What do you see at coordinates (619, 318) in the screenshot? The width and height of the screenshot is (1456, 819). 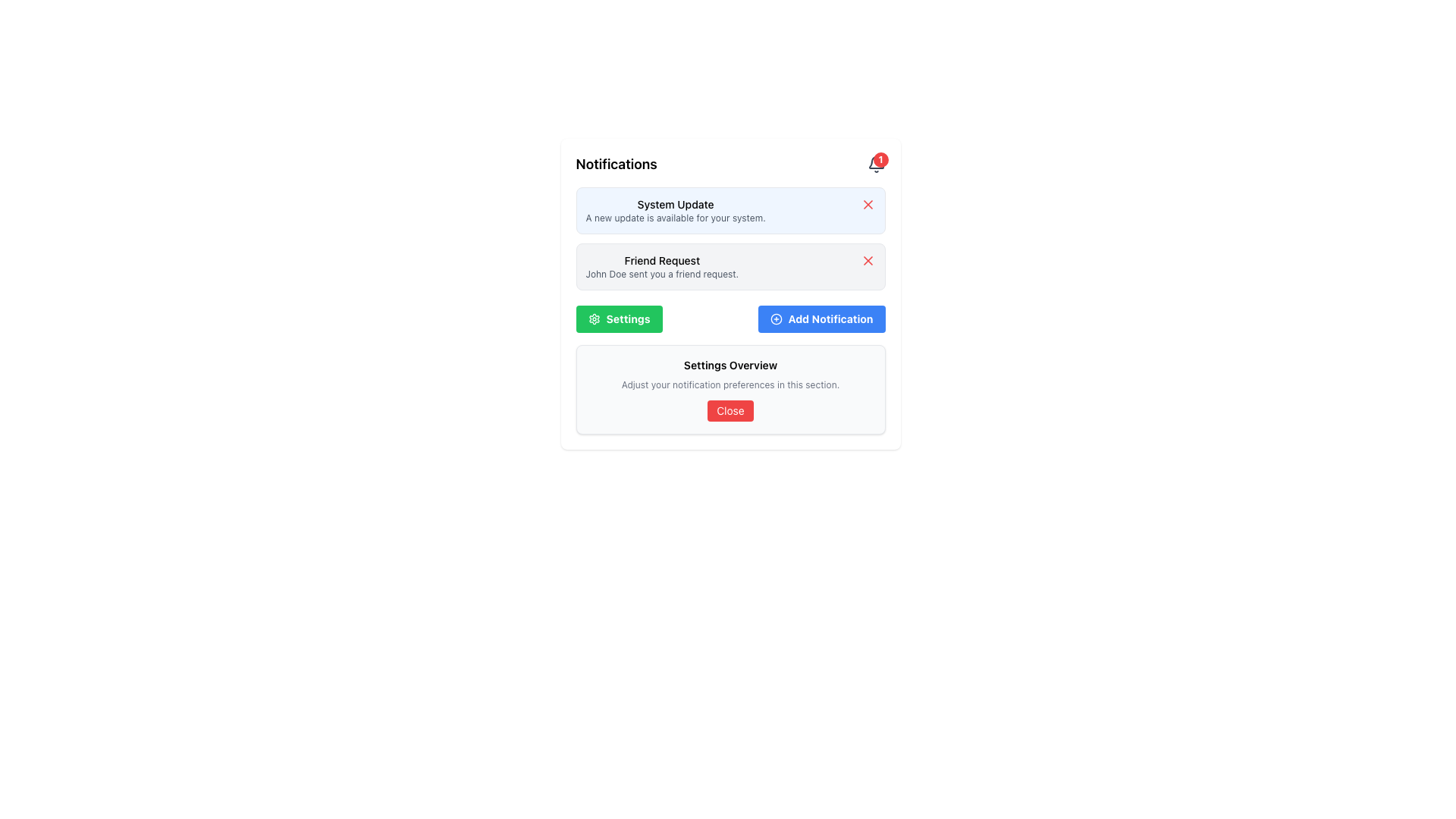 I see `the leftmost button in the horizontal alignment that opens the settings section of the application to modify preferences or configure options` at bounding box center [619, 318].